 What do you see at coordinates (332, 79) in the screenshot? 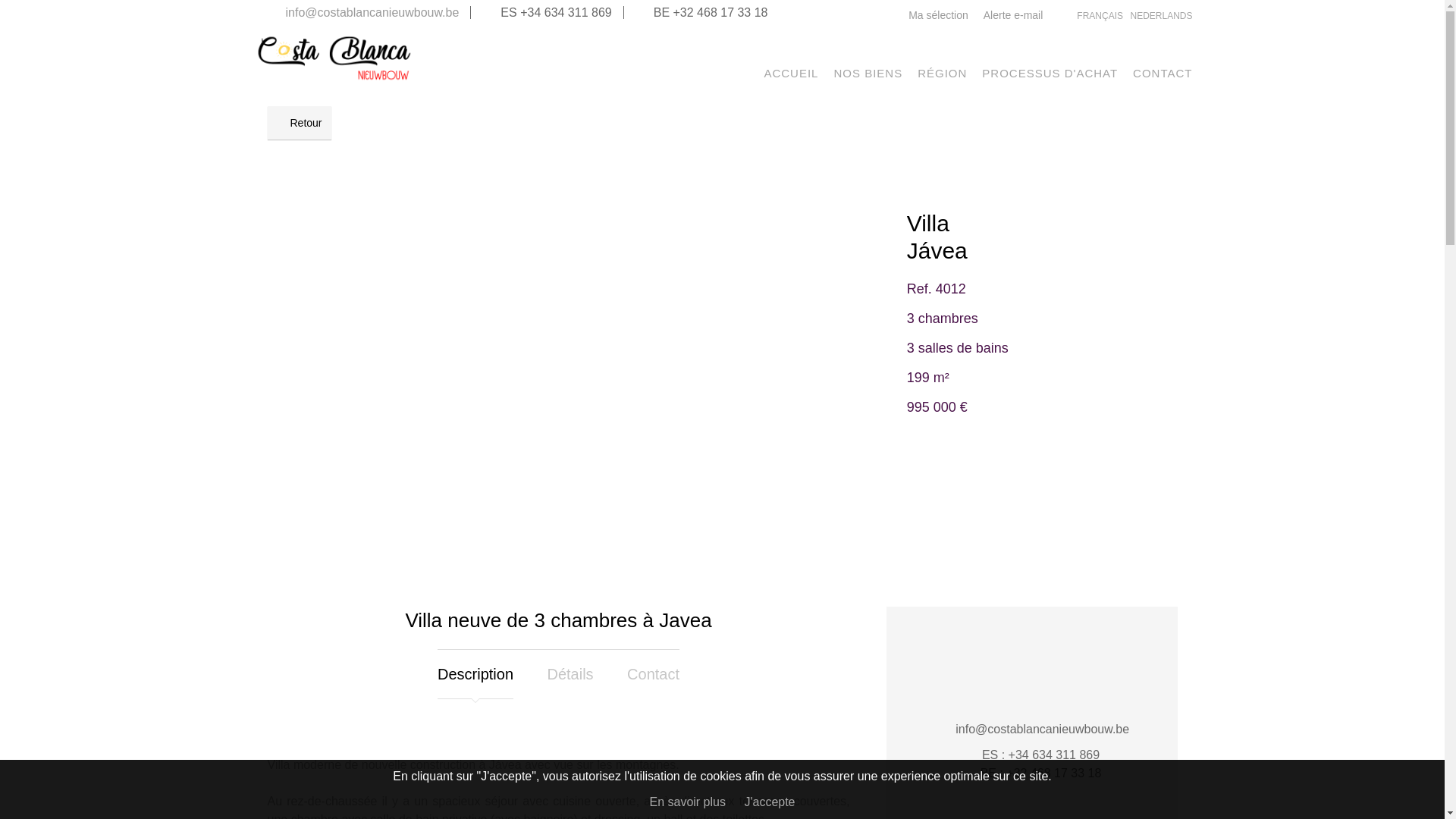
I see `'LT Property - Costa Blanca'` at bounding box center [332, 79].